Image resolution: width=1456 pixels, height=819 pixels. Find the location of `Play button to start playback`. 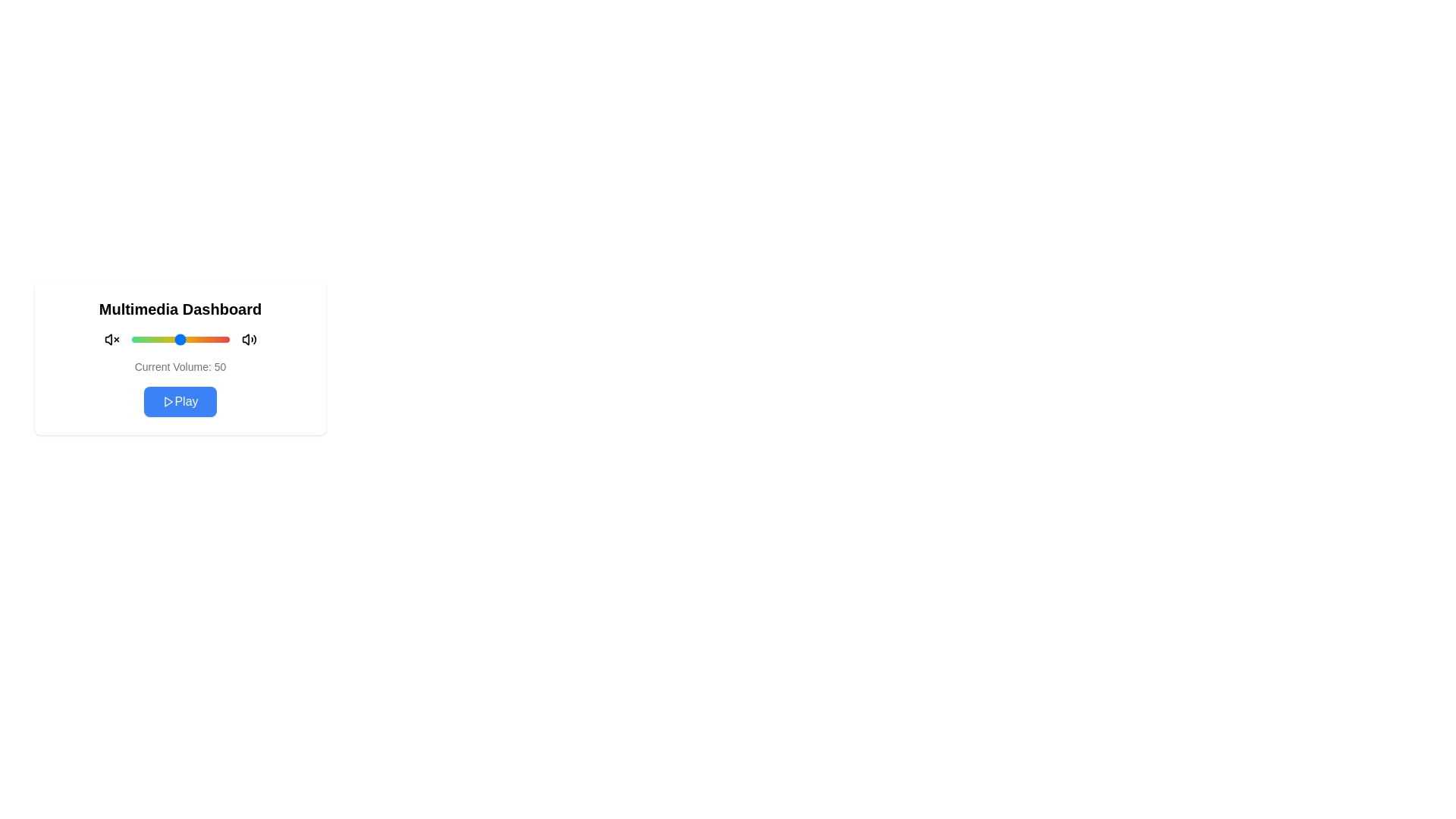

Play button to start playback is located at coordinates (180, 400).